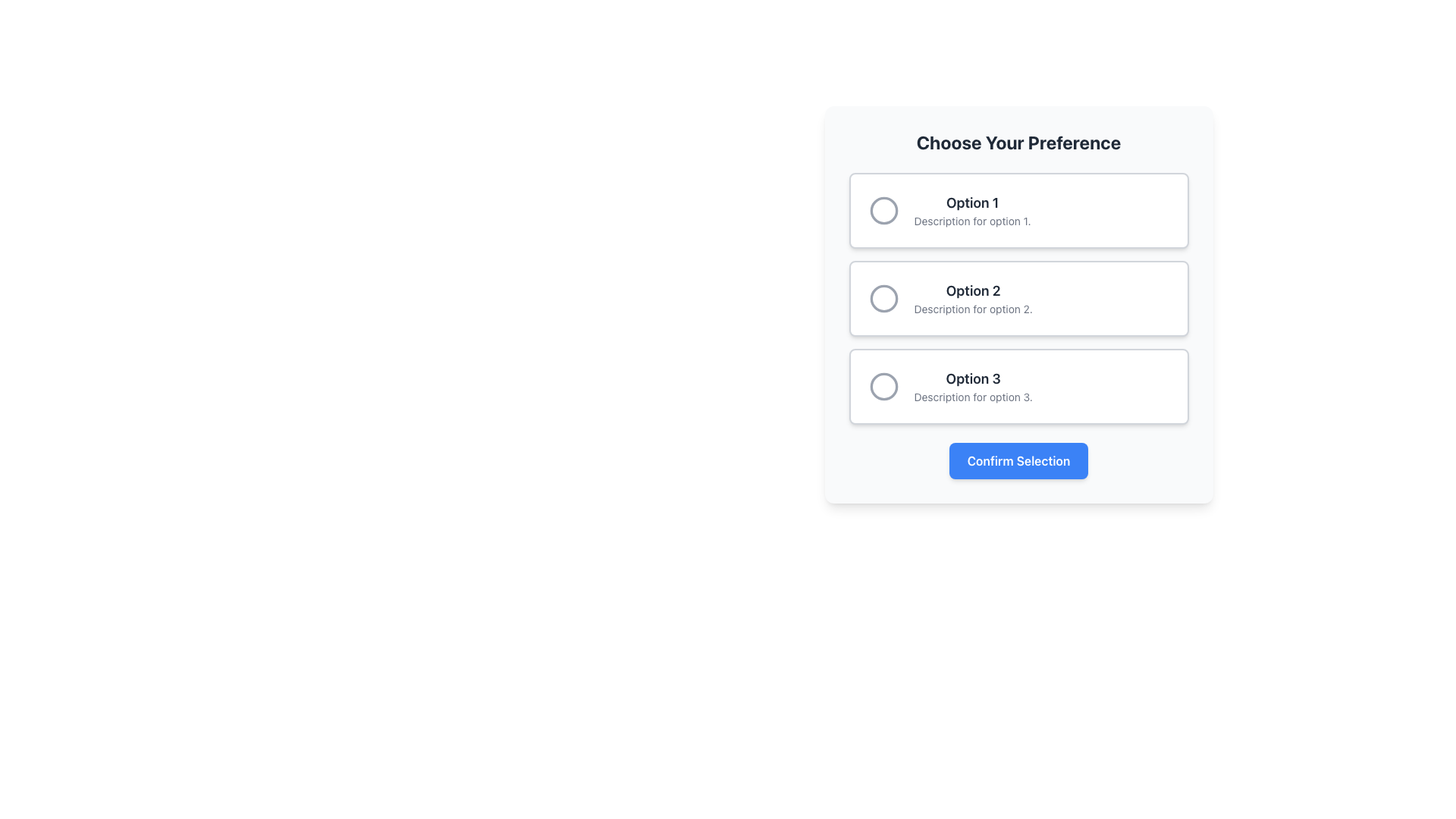 The height and width of the screenshot is (819, 1456). I want to click on the rectangular 'Confirm Selection' button with a blue background and white bold text to confirm the choice, so click(1018, 460).